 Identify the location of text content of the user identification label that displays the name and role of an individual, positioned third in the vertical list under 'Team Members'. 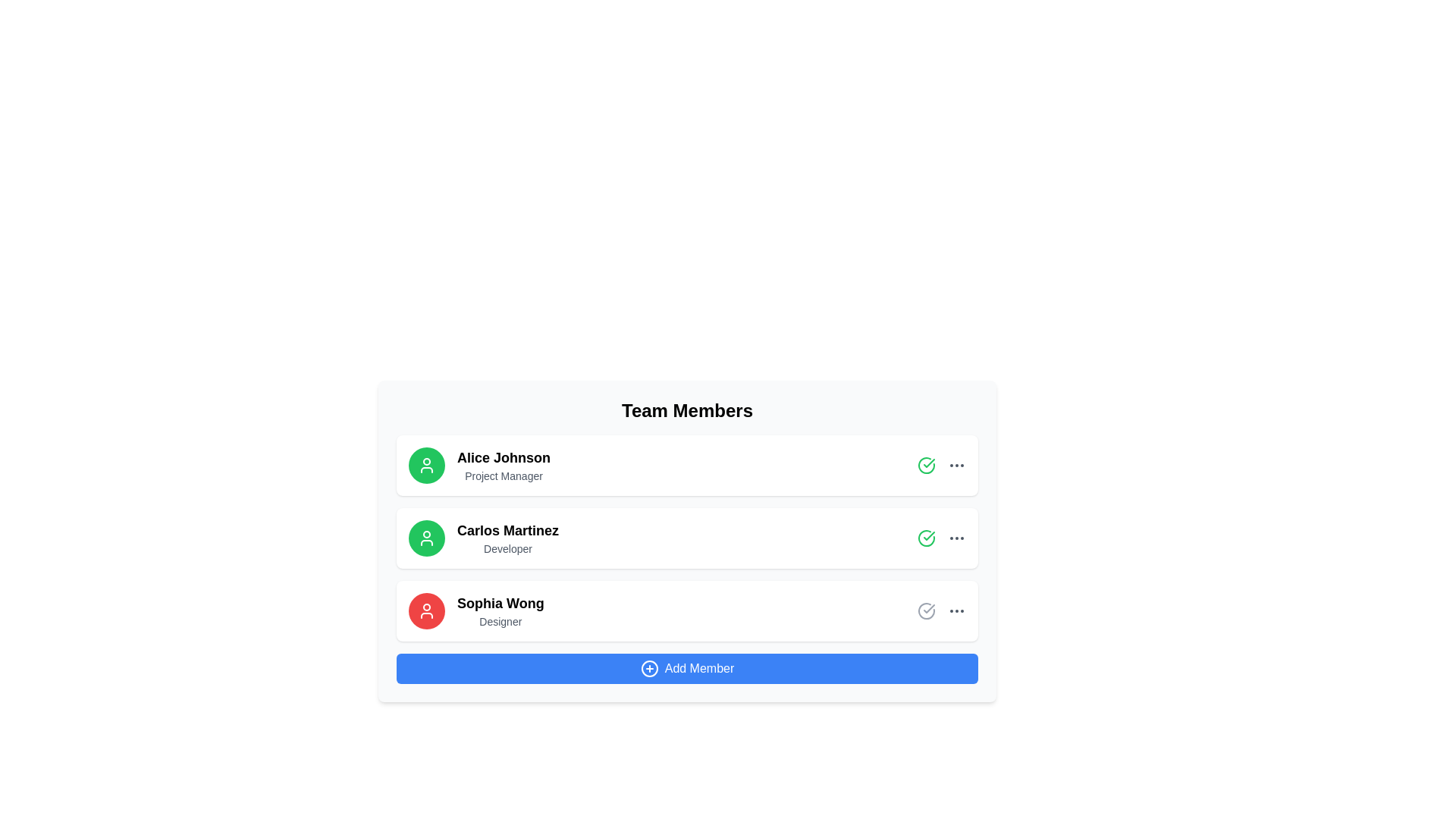
(500, 610).